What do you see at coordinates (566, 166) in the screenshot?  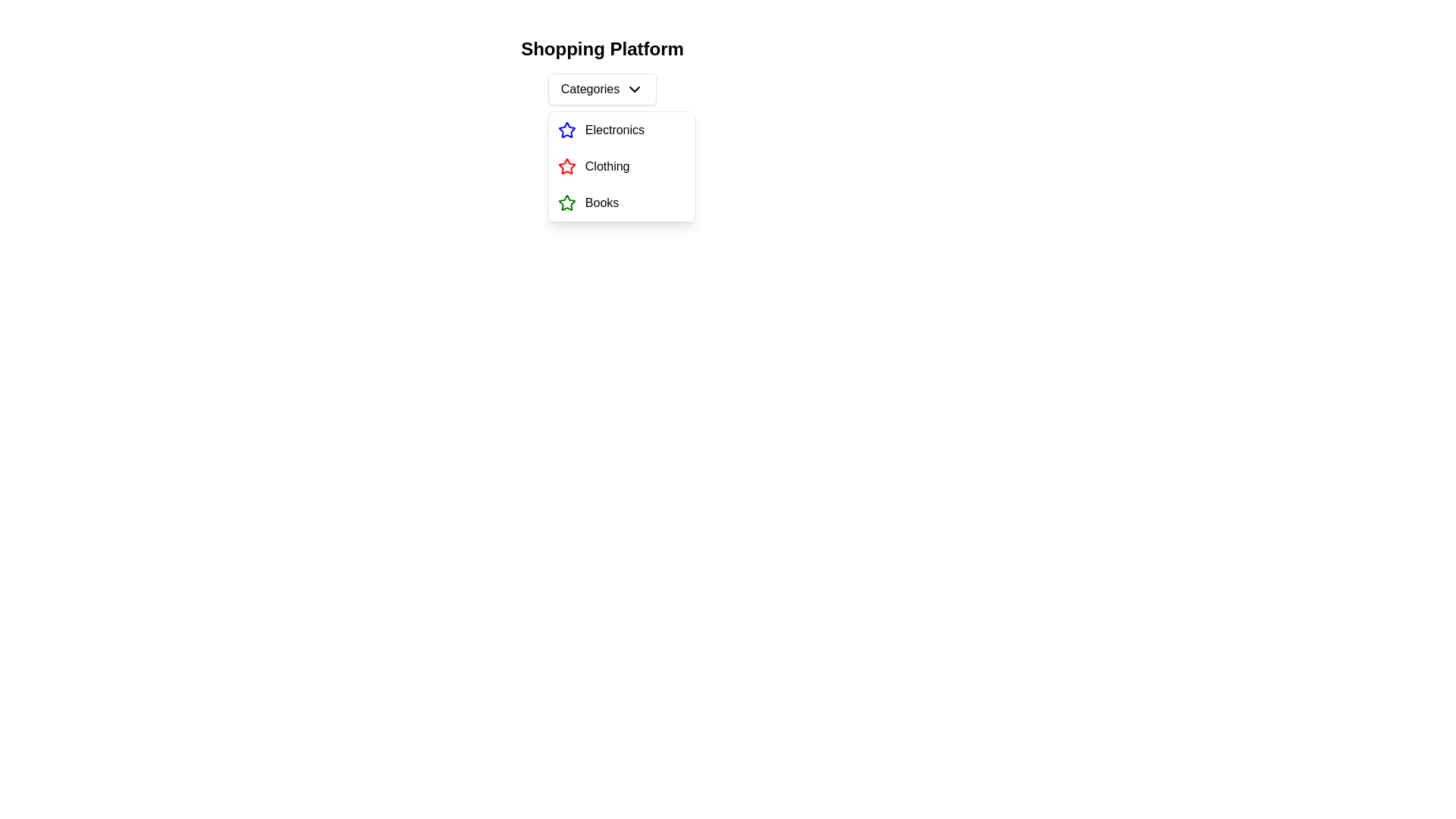 I see `the outlined star icon drawn with red lines, which is located to the left of the 'Clothing' text in the menu item` at bounding box center [566, 166].